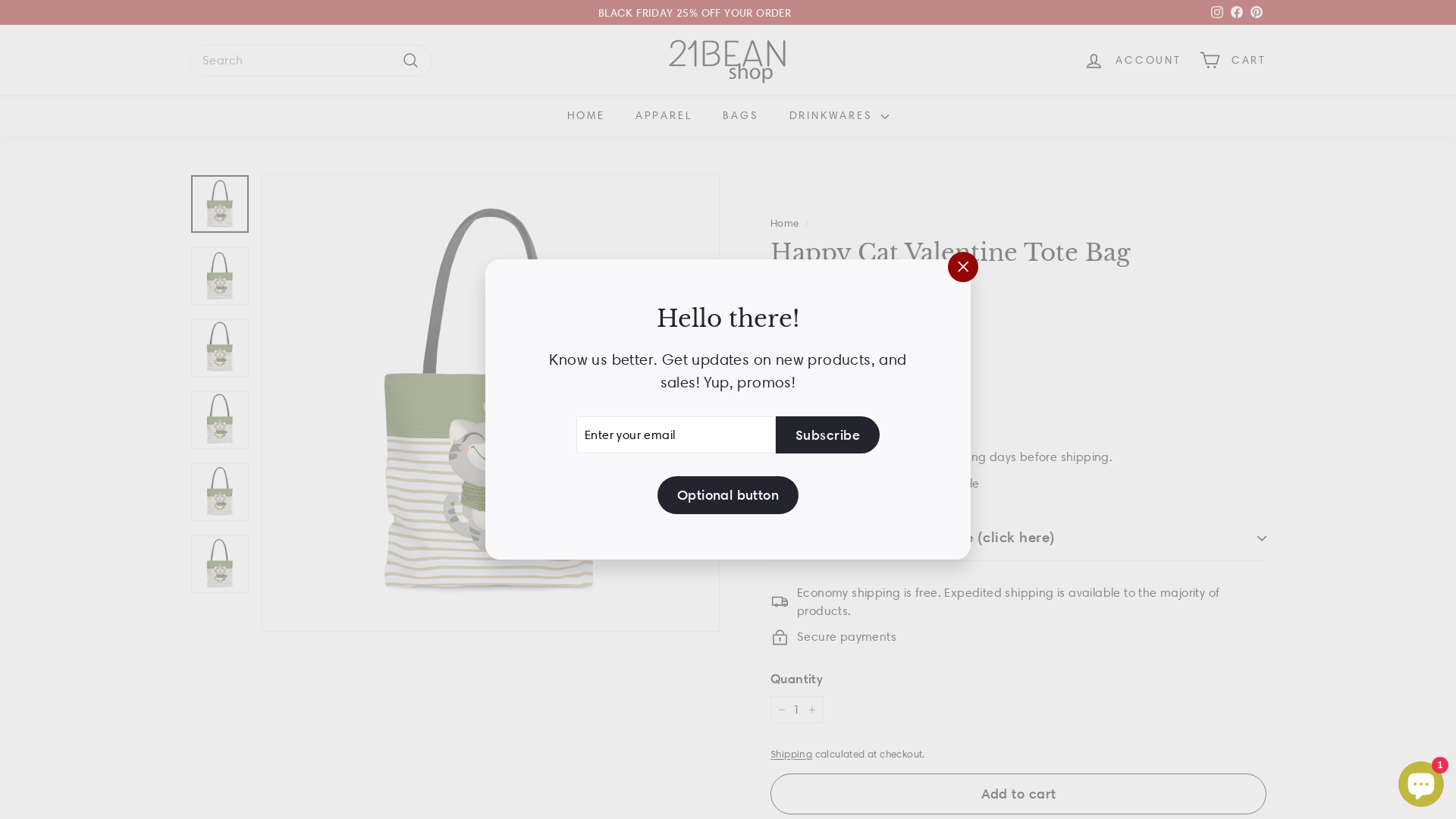  Describe the element at coordinates (740, 115) in the screenshot. I see `'BAGS'` at that location.